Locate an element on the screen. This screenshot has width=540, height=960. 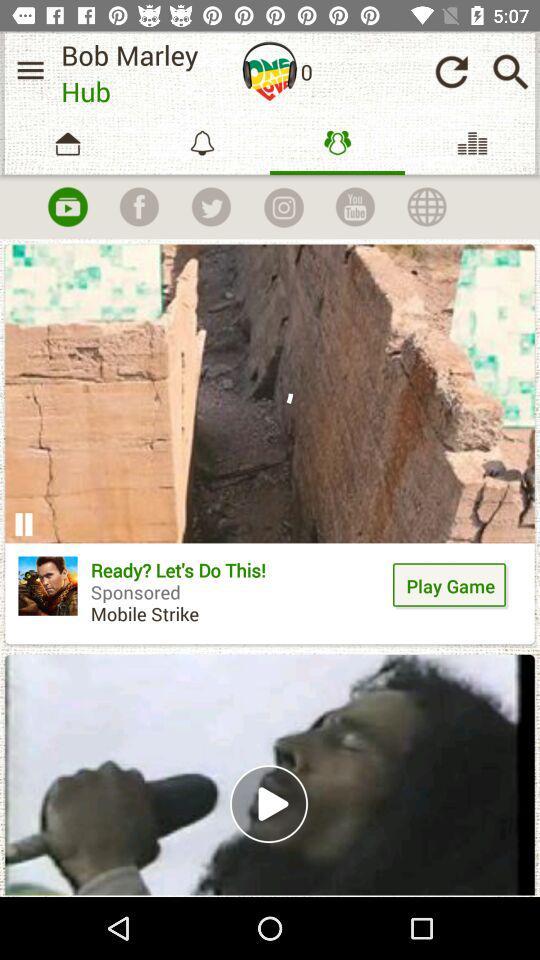
video is located at coordinates (270, 774).